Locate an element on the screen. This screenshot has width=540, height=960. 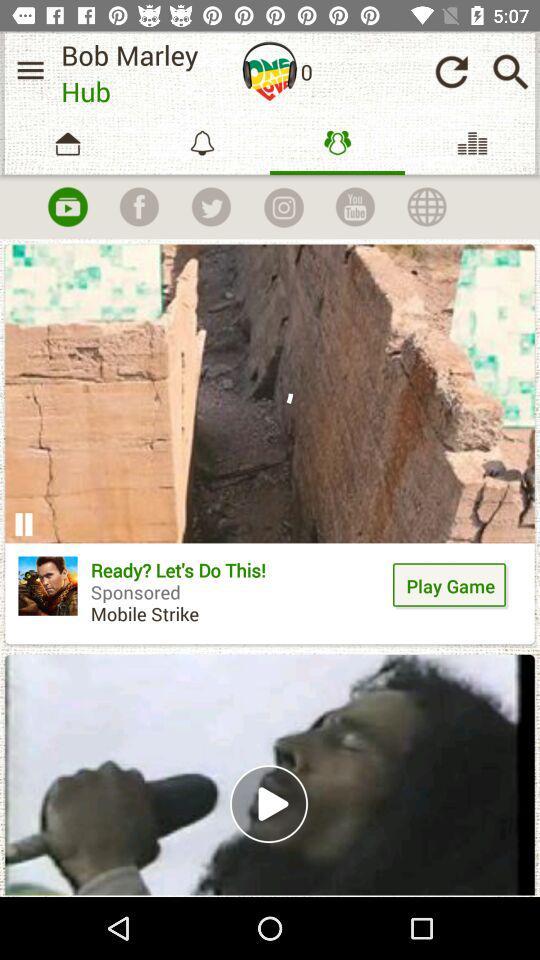
video is located at coordinates (270, 774).